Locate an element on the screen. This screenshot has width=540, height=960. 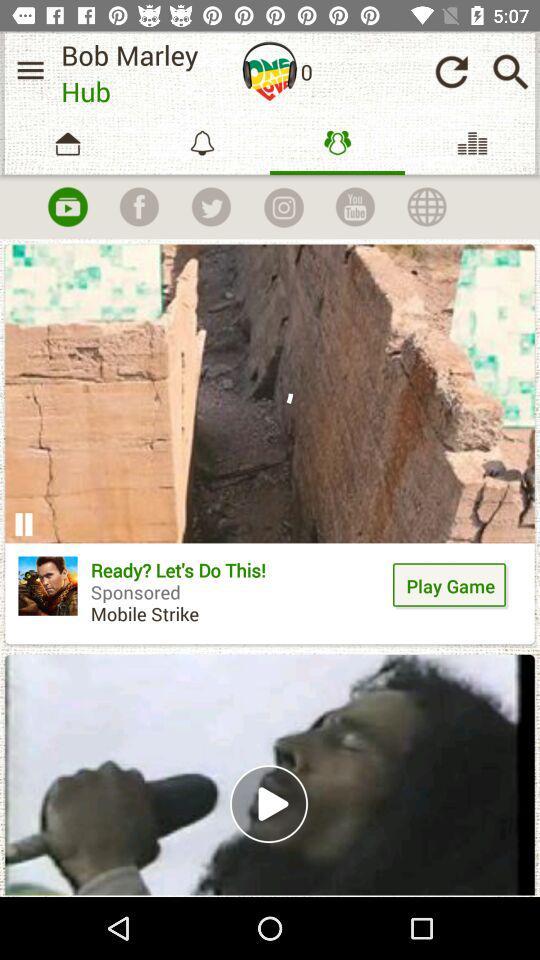
video is located at coordinates (270, 774).